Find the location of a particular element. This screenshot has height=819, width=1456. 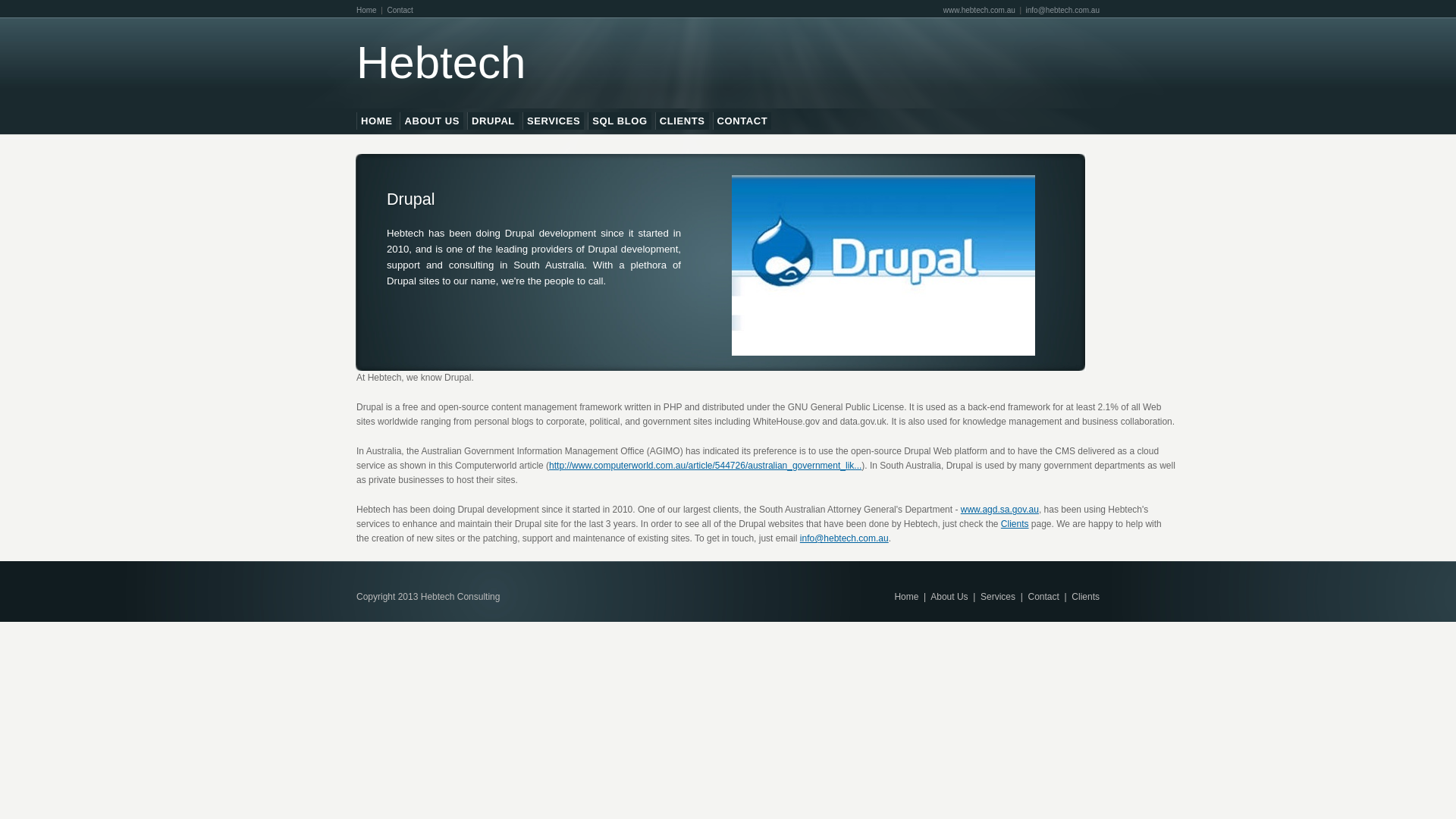

'SQL BLOG' is located at coordinates (619, 120).